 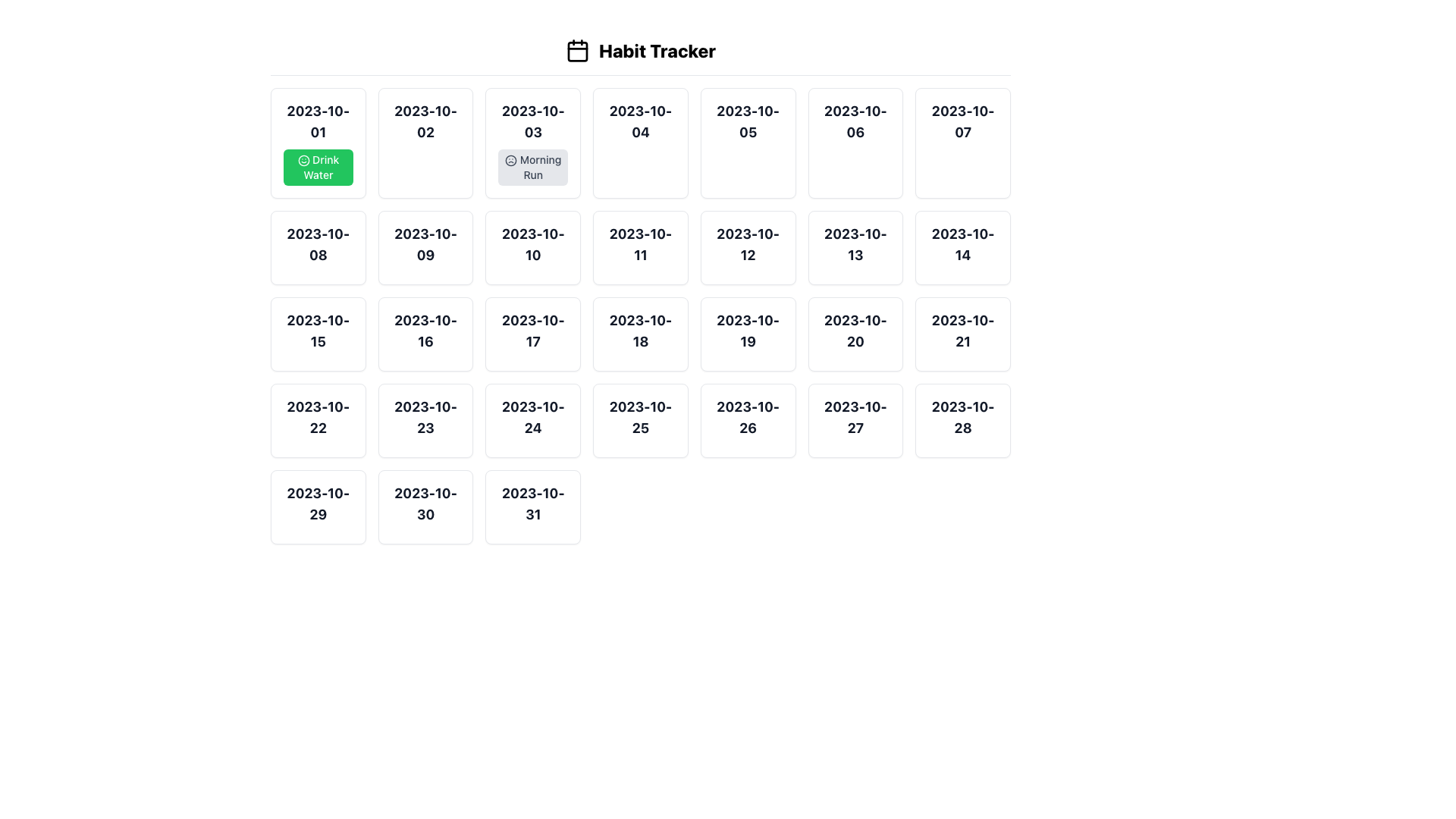 What do you see at coordinates (640, 143) in the screenshot?
I see `the card-like component displaying the date '2023-10-04', which has a white background and is located in the first row and fourth column of the grid layout` at bounding box center [640, 143].